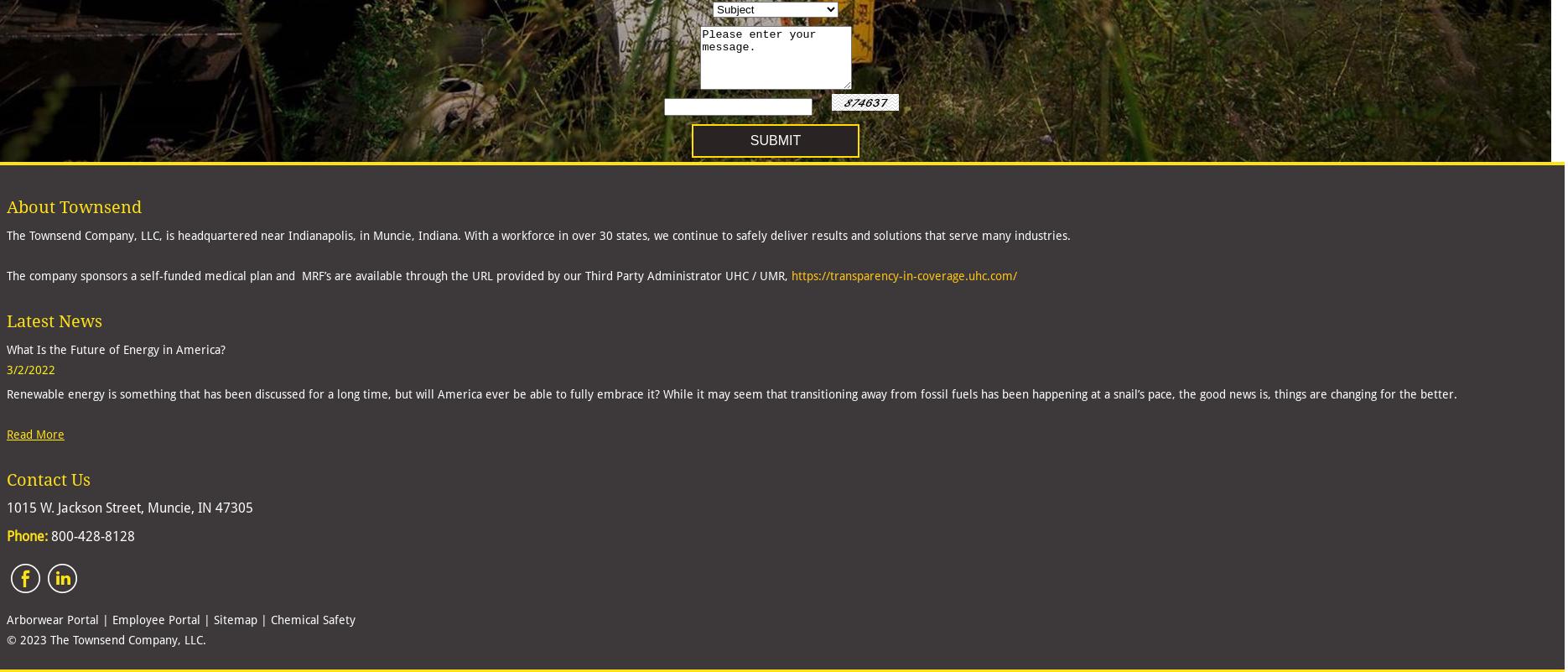  What do you see at coordinates (313, 618) in the screenshot?
I see `'Chemical Safety'` at bounding box center [313, 618].